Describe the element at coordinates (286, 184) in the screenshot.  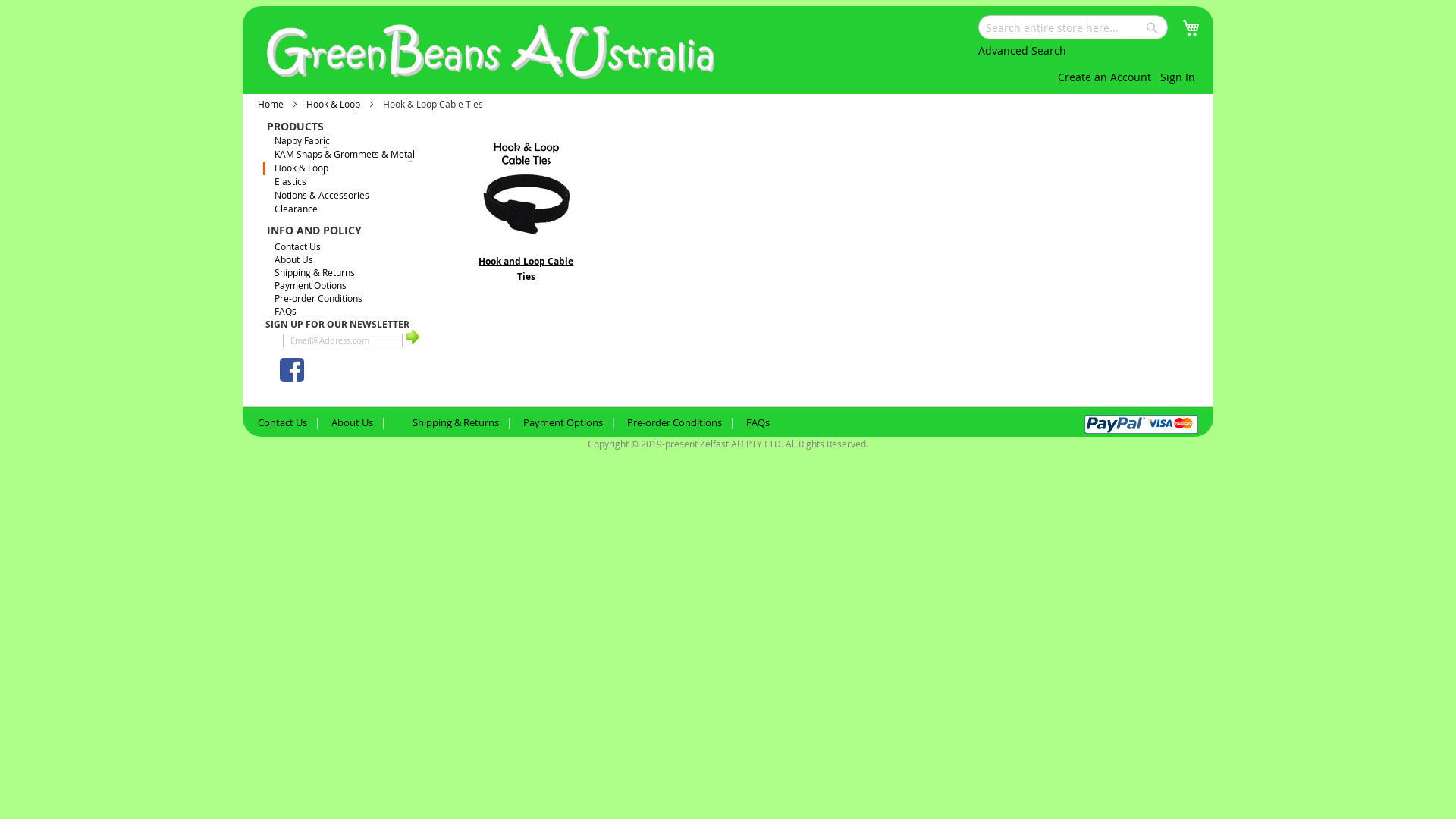
I see `'Elastics'` at that location.